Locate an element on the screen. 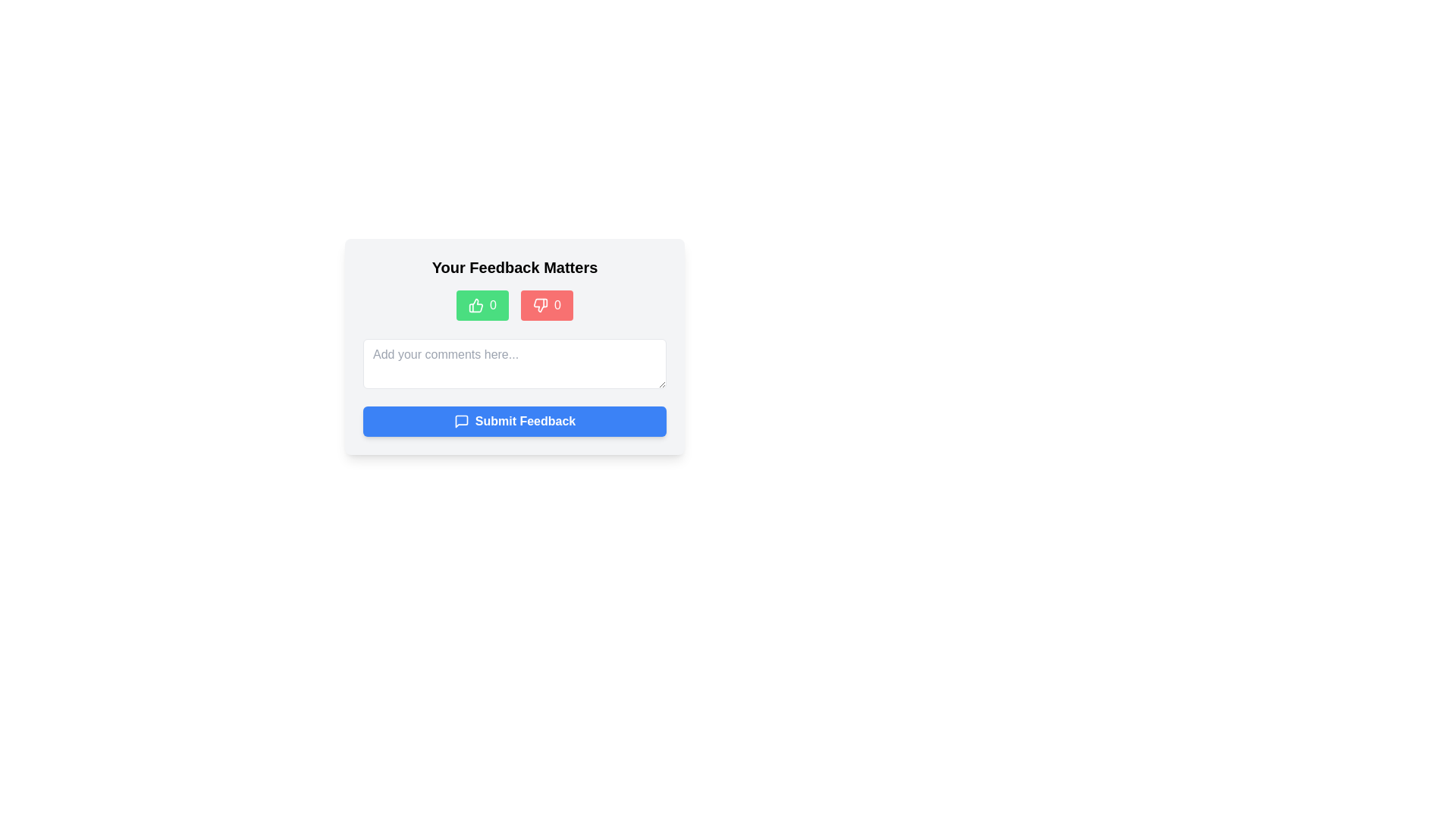 Image resolution: width=1456 pixels, height=819 pixels. text value of the small text component displaying the number '0', which is located inside a red button grouping on the right of a thumbs-down icon, at the bottom of the central interface section is located at coordinates (557, 305).